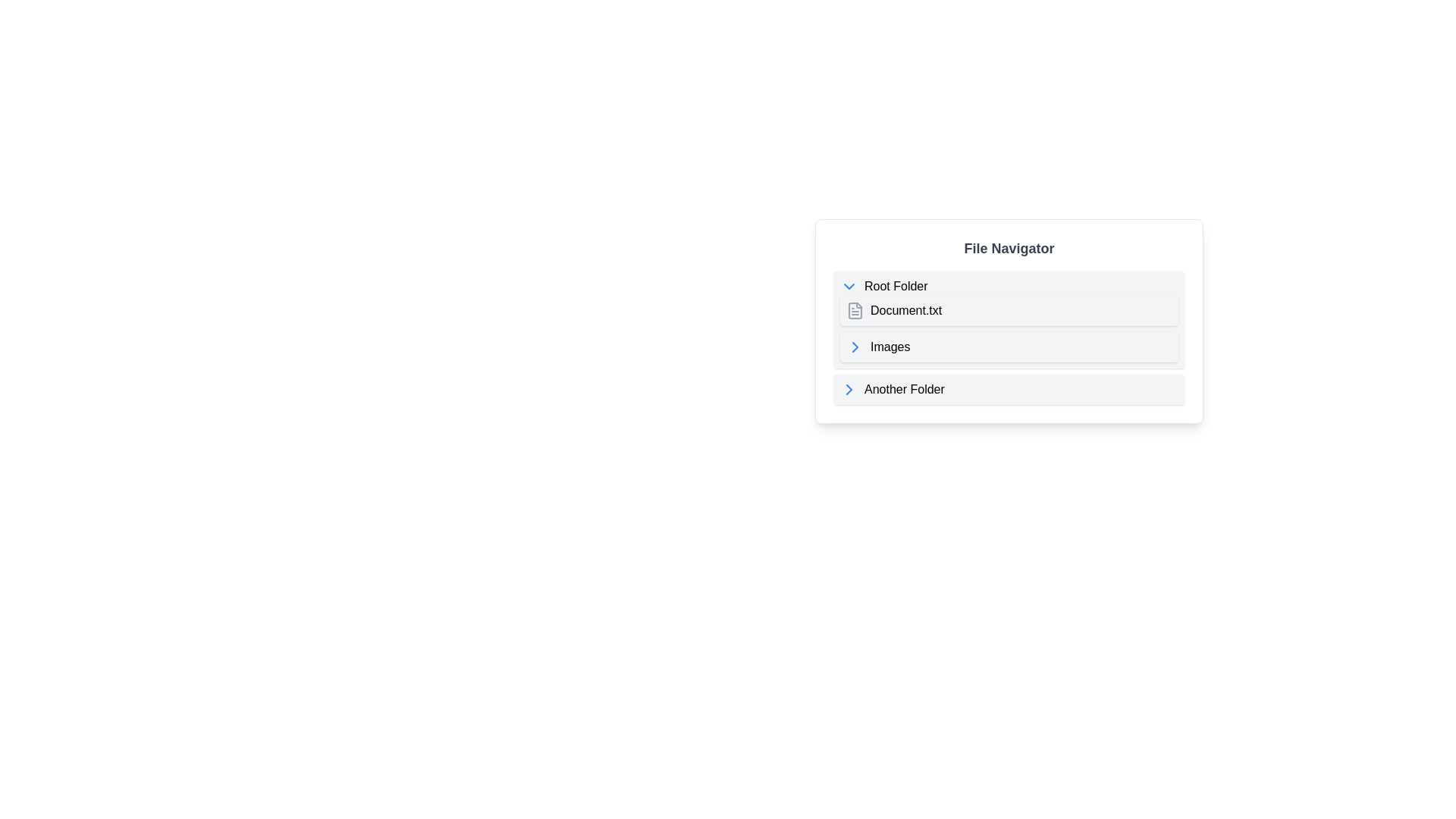 The image size is (1456, 819). What do you see at coordinates (855, 309) in the screenshot?
I see `the document icon, which resembles a gray document sheet with horizontal lines` at bounding box center [855, 309].